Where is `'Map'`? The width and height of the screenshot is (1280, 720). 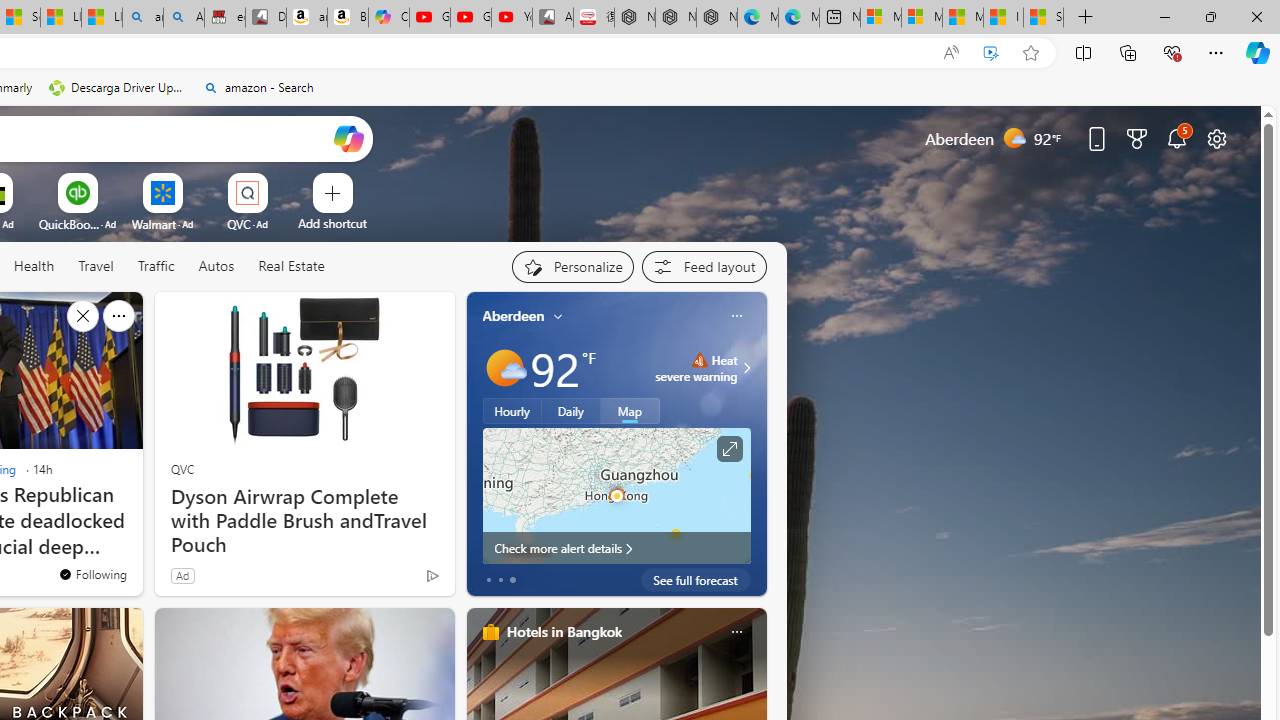 'Map' is located at coordinates (629, 410).